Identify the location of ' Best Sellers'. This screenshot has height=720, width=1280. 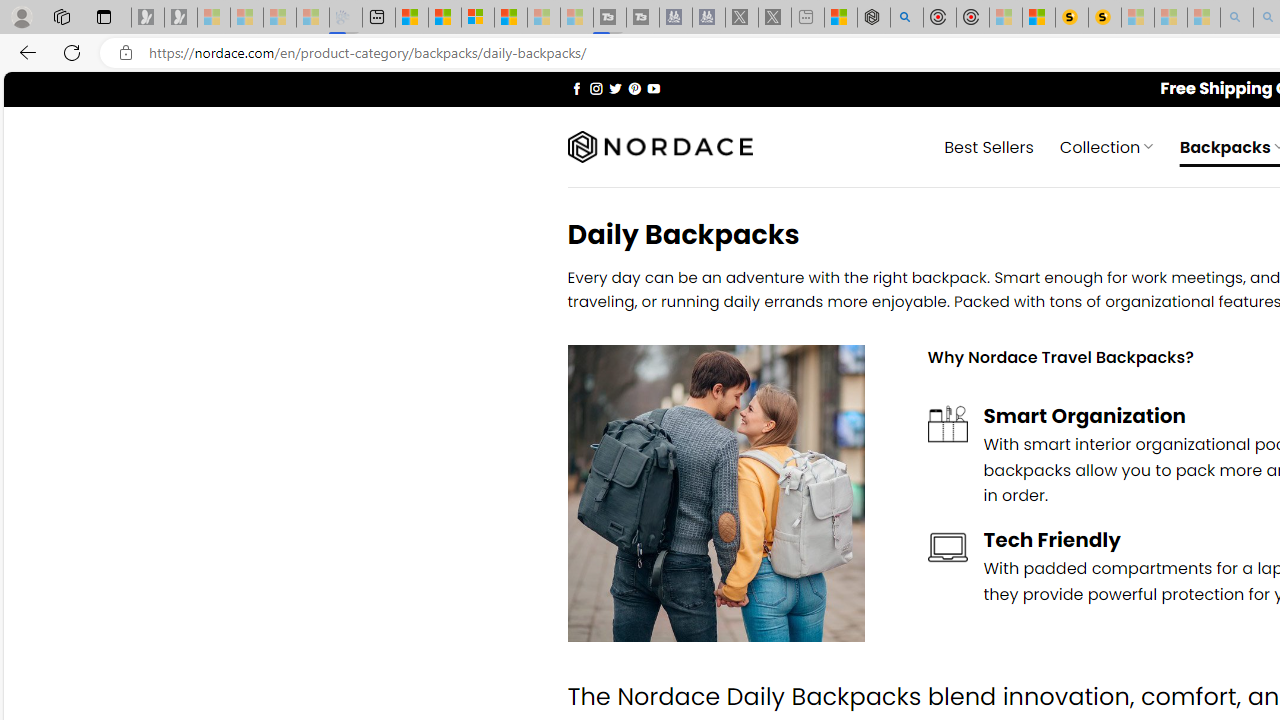
(989, 145).